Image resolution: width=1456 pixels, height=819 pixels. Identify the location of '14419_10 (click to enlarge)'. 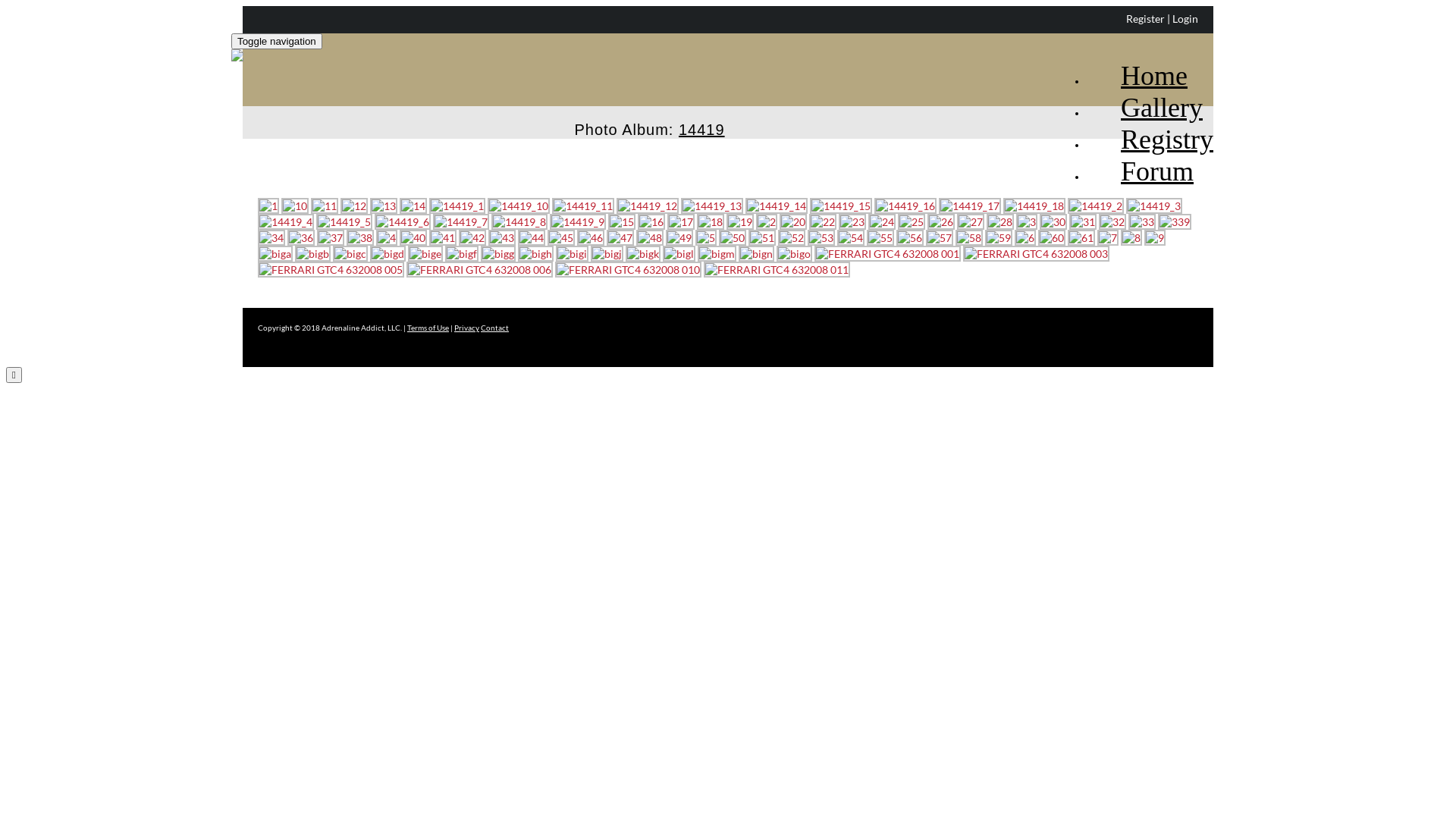
(519, 206).